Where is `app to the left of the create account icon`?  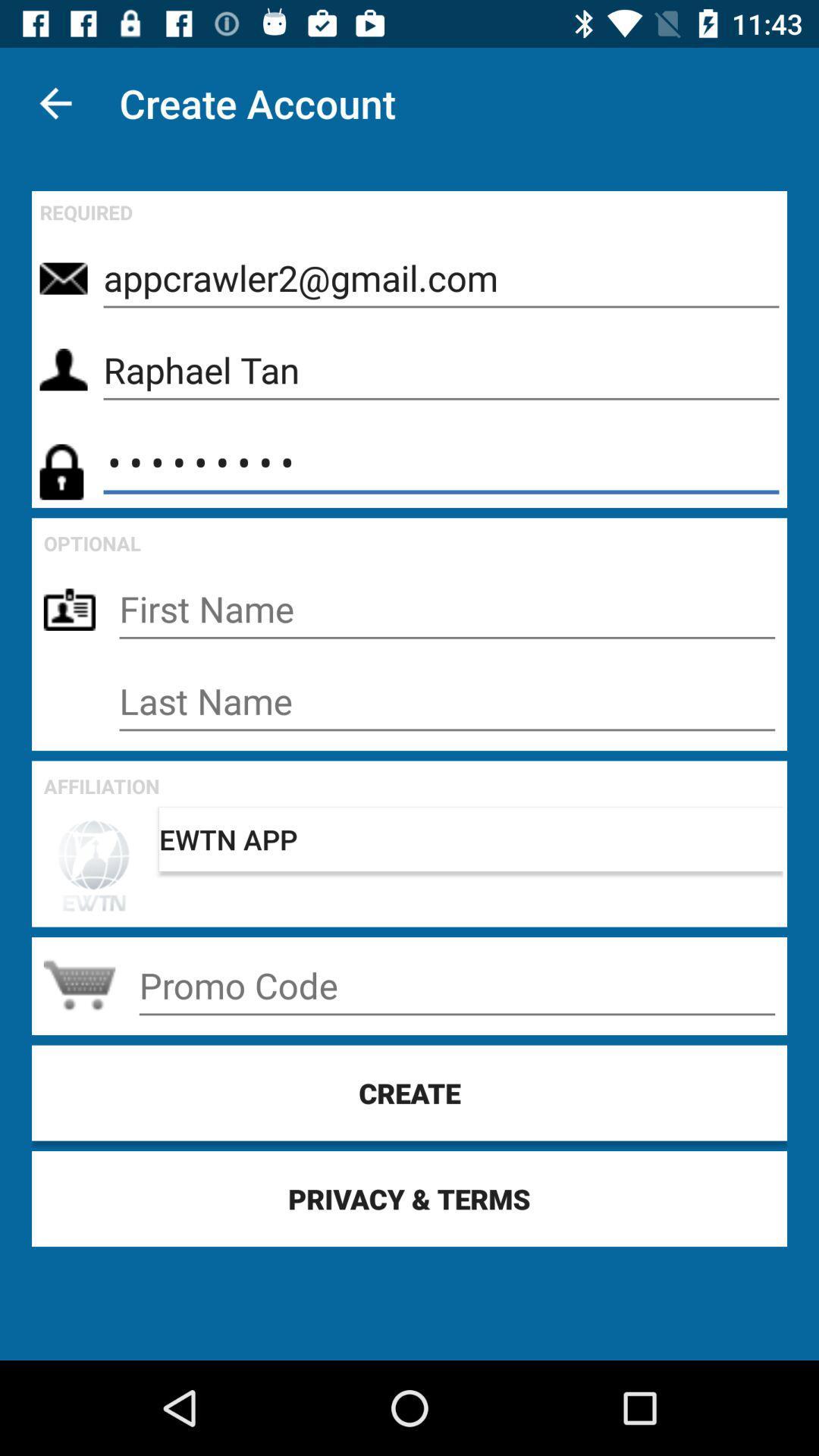
app to the left of the create account icon is located at coordinates (55, 102).